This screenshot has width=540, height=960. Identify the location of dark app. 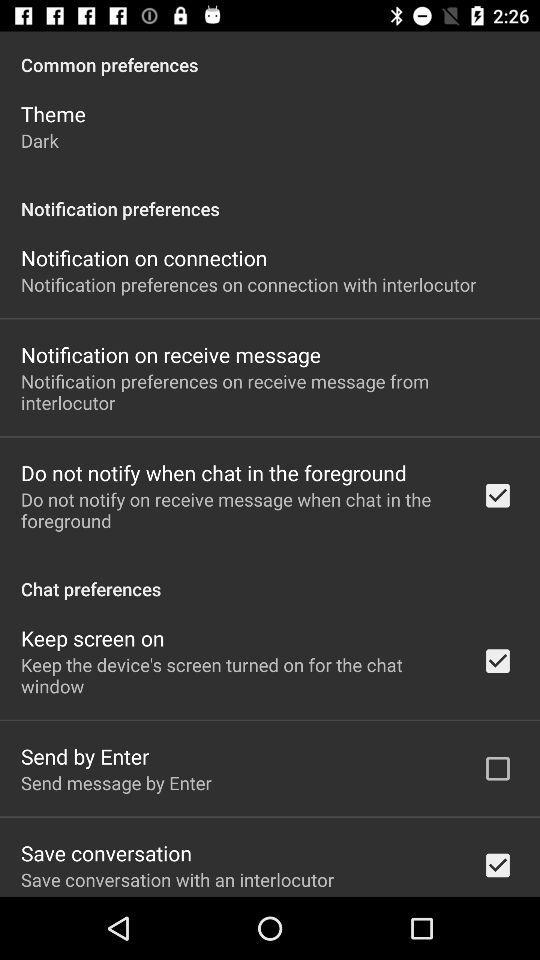
(39, 139).